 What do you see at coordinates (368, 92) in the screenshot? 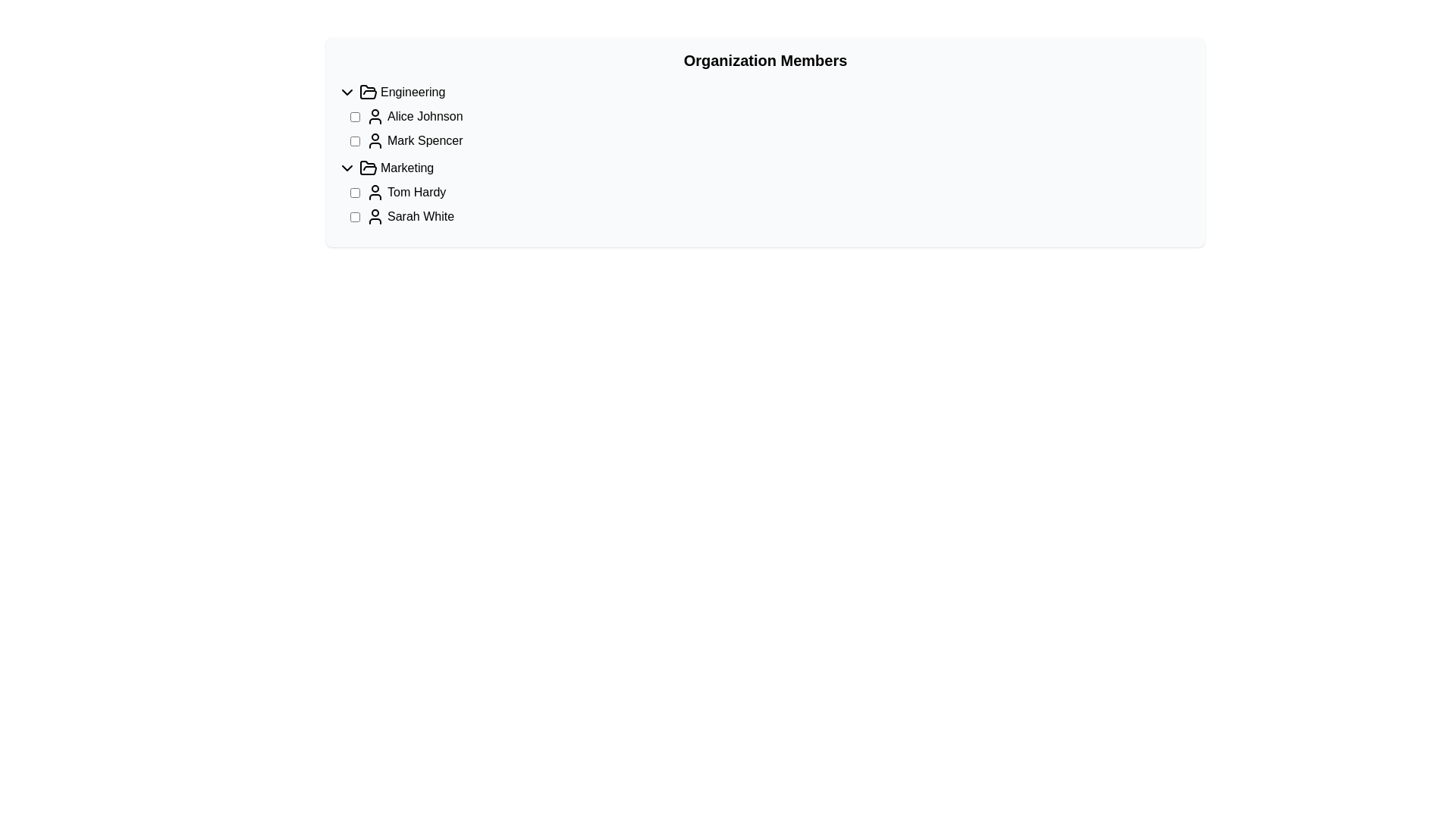
I see `the folder icon representing the 'Marketing' category` at bounding box center [368, 92].